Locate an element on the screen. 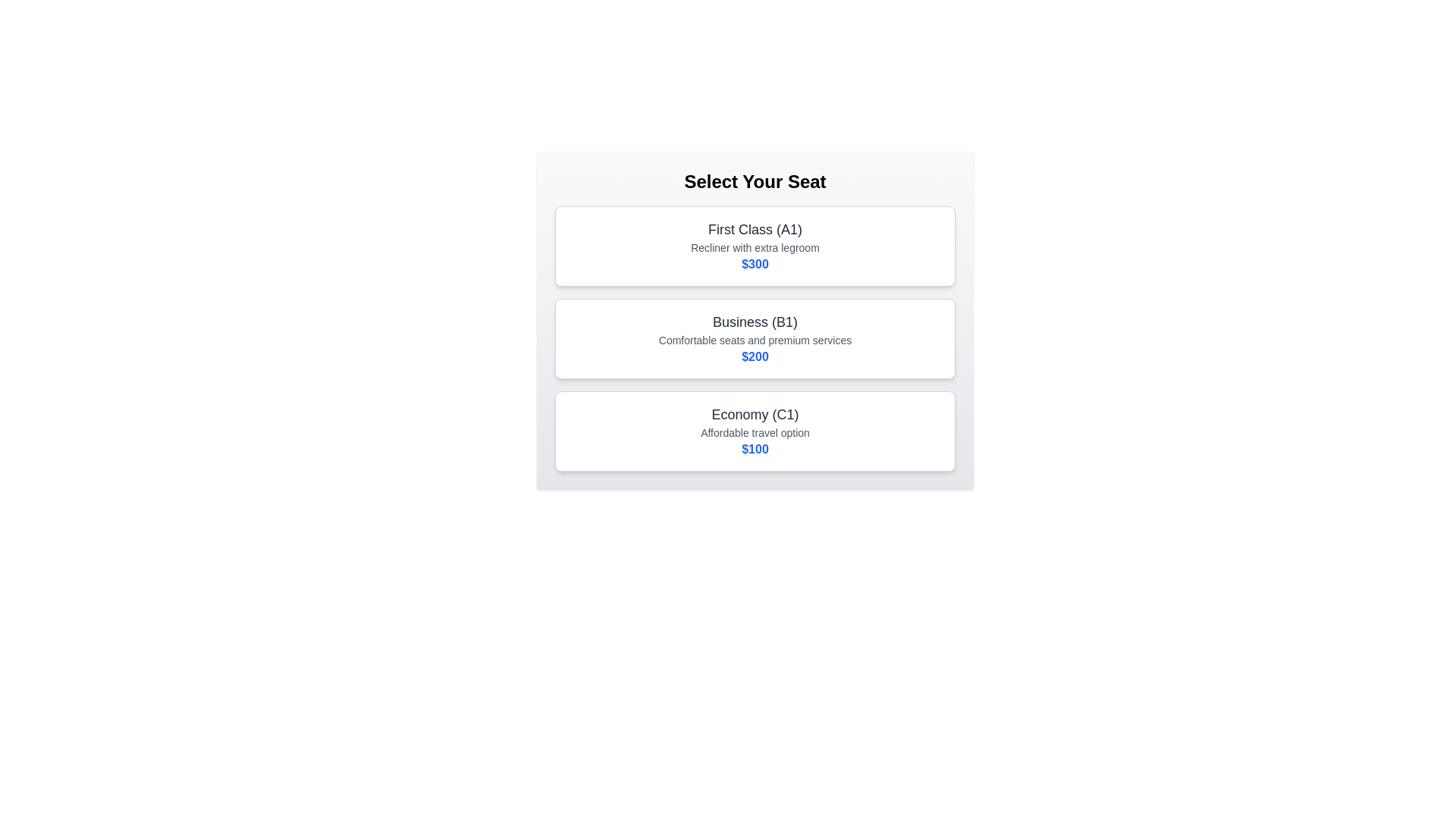 This screenshot has height=819, width=1456. details provided in the informational card titled 'Business (B1)' which includes the subtitle and price information is located at coordinates (755, 338).